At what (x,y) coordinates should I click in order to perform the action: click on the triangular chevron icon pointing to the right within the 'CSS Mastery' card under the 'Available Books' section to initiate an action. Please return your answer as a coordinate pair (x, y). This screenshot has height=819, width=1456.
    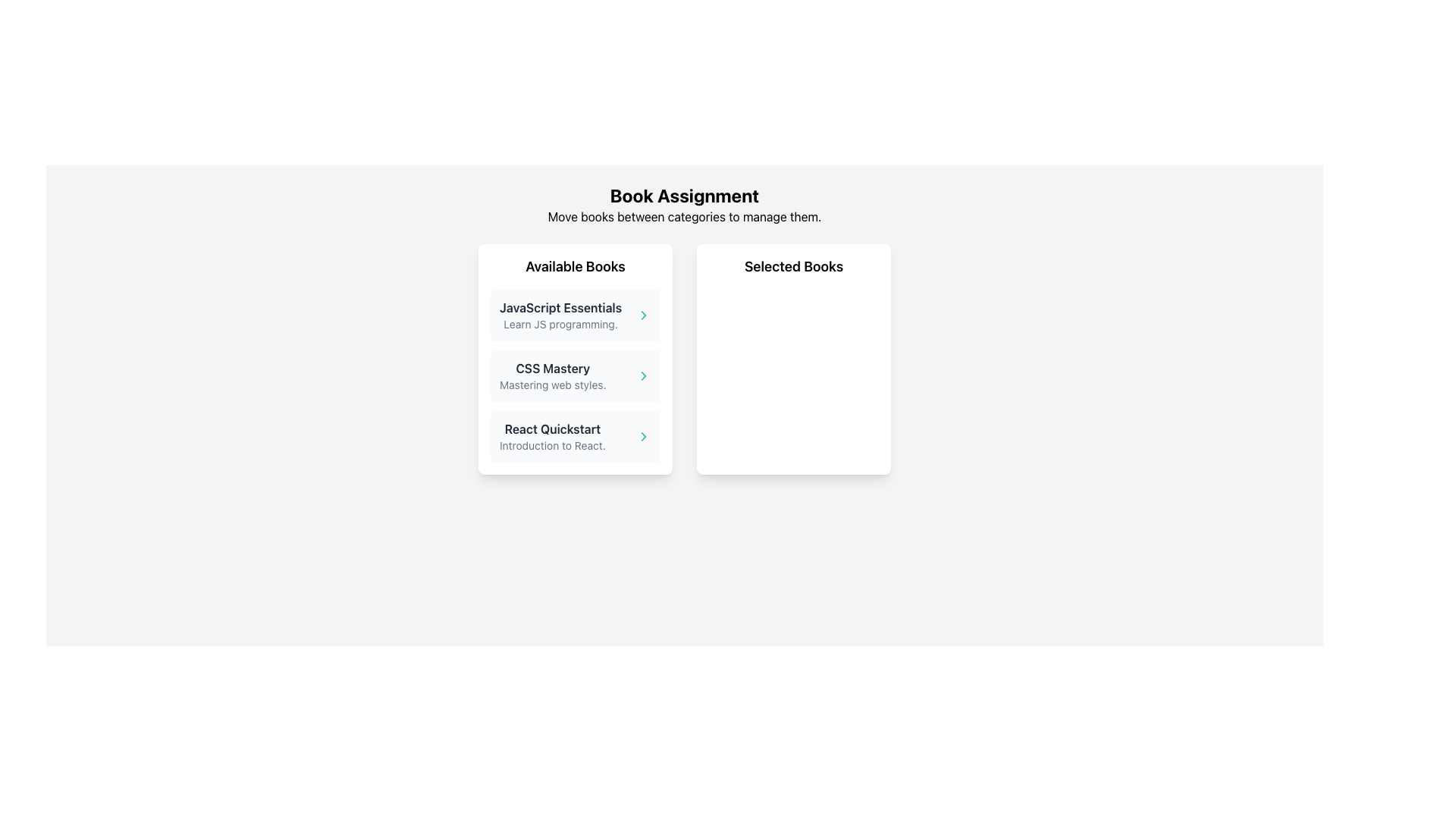
    Looking at the image, I should click on (644, 375).